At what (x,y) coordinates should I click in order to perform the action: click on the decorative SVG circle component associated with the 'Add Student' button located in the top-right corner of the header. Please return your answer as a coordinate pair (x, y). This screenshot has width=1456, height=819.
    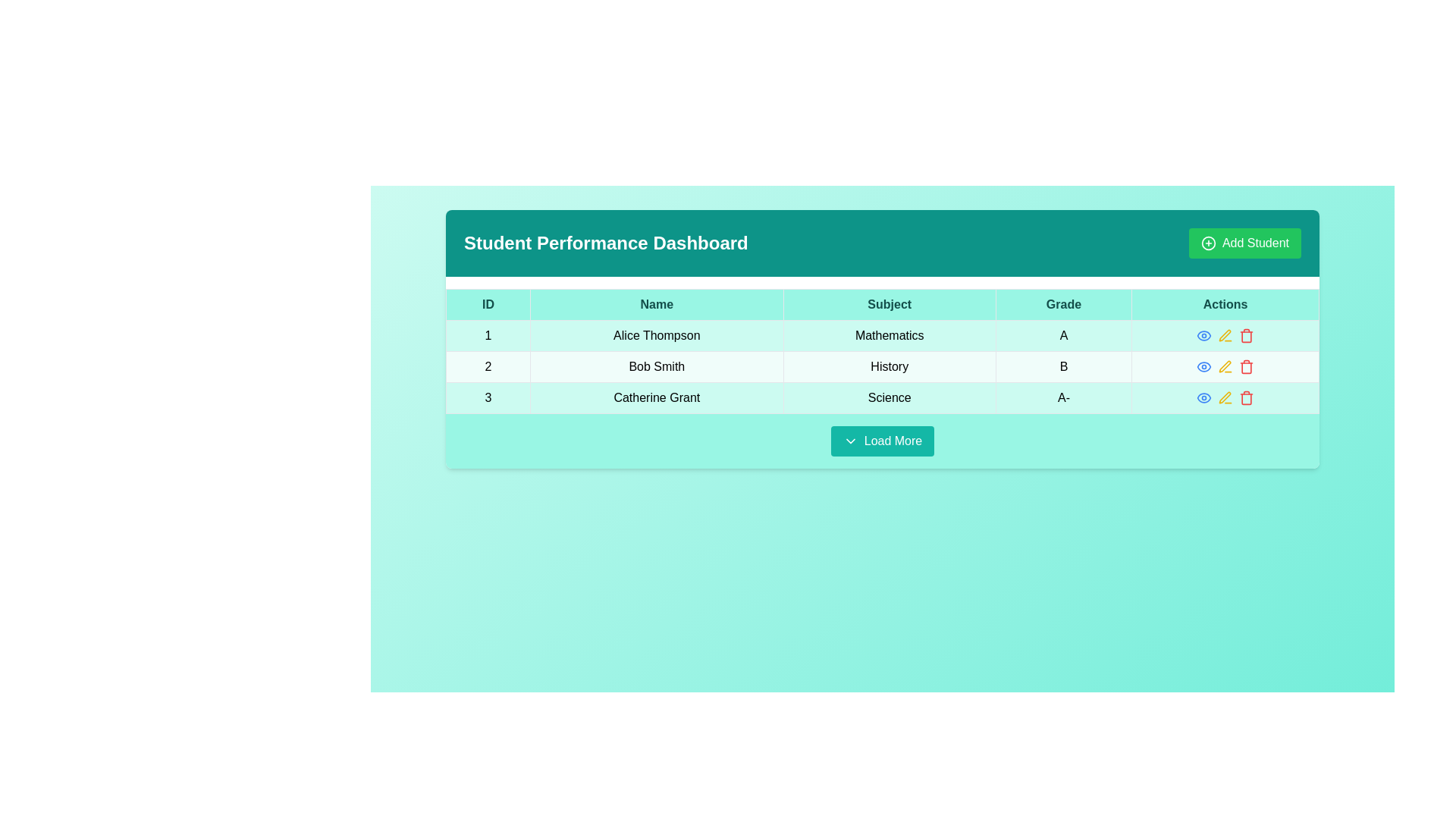
    Looking at the image, I should click on (1207, 242).